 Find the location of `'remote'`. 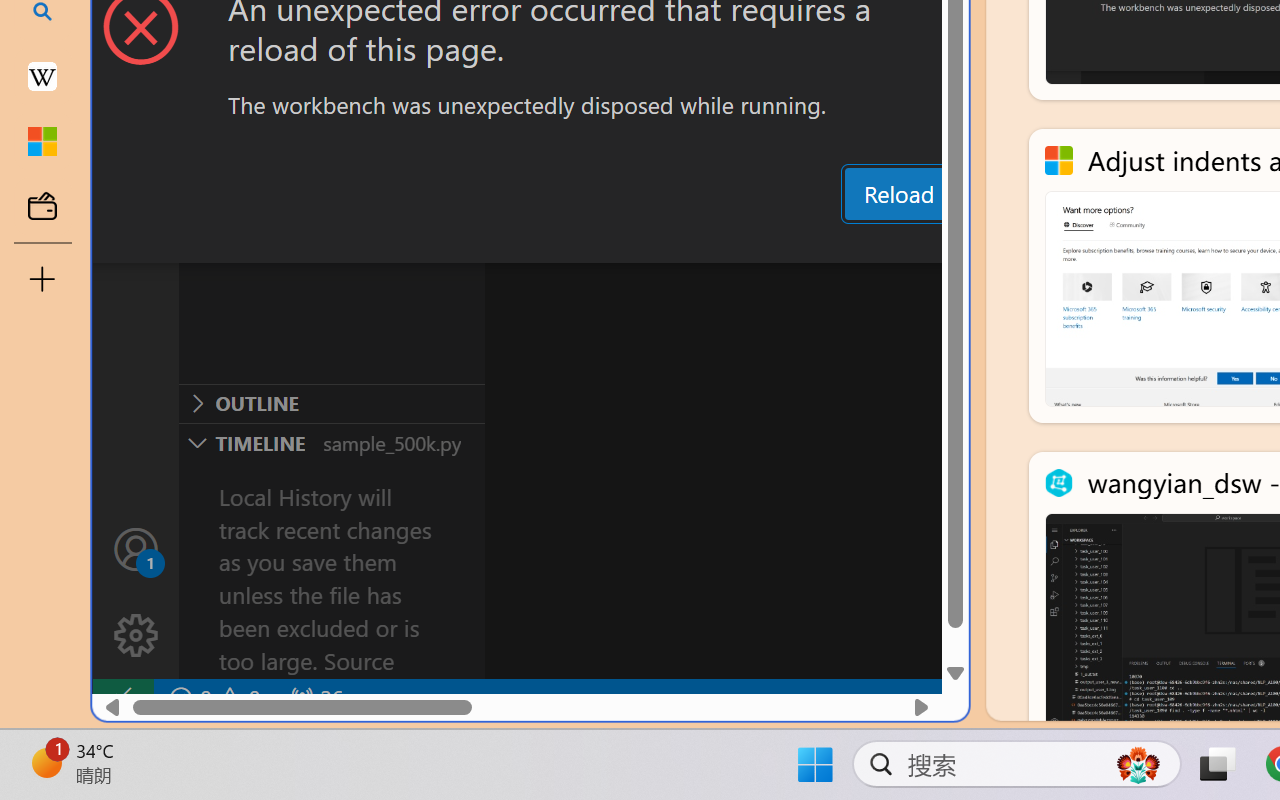

'remote' is located at coordinates (121, 698).